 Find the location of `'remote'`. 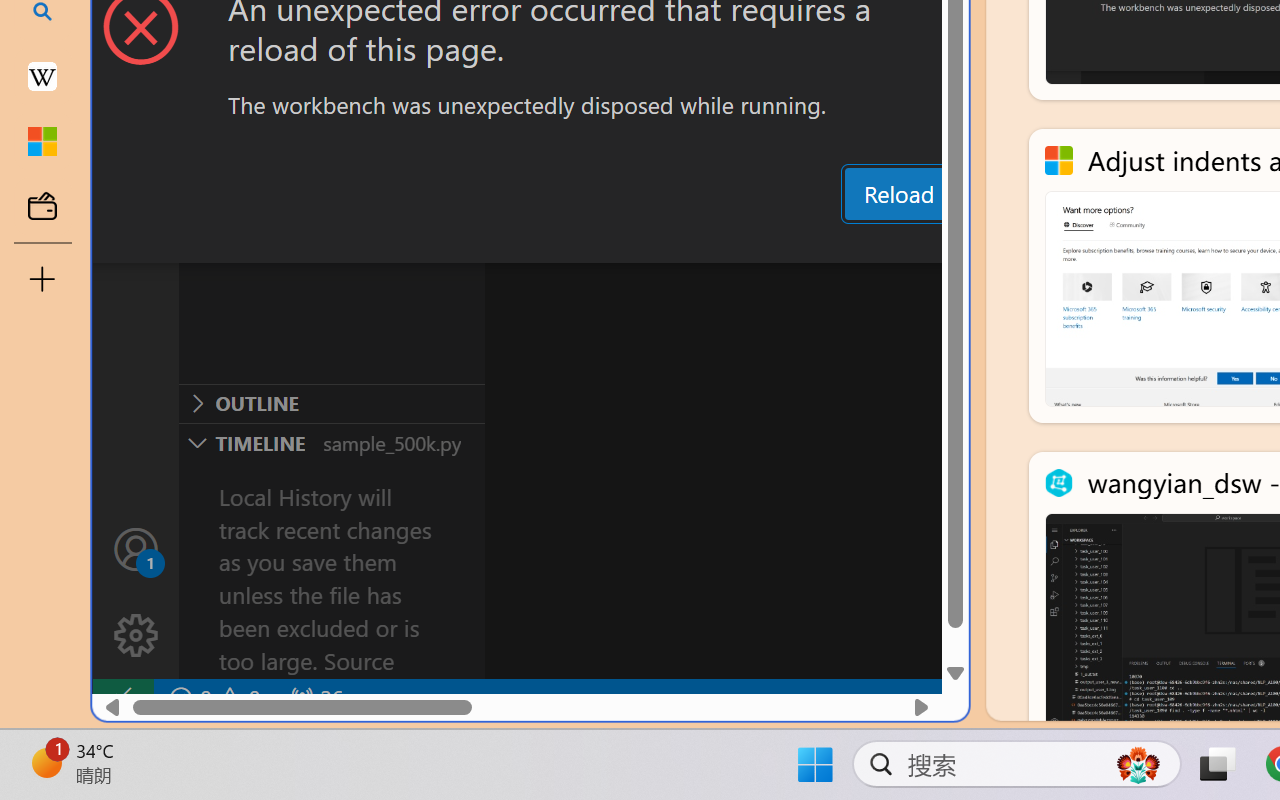

'remote' is located at coordinates (121, 698).